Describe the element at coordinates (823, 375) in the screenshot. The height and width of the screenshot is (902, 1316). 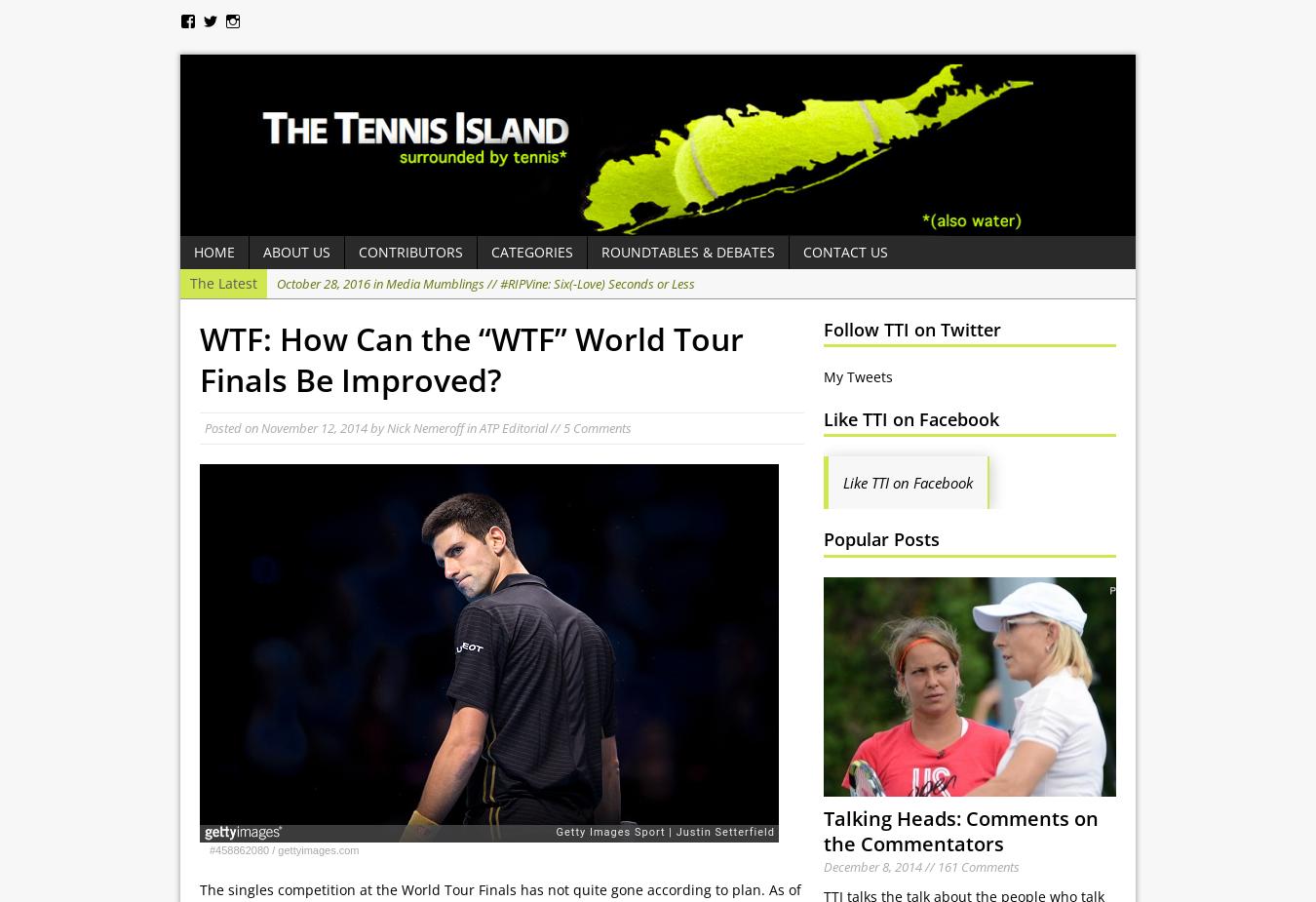
I see `'My Tweets'` at that location.